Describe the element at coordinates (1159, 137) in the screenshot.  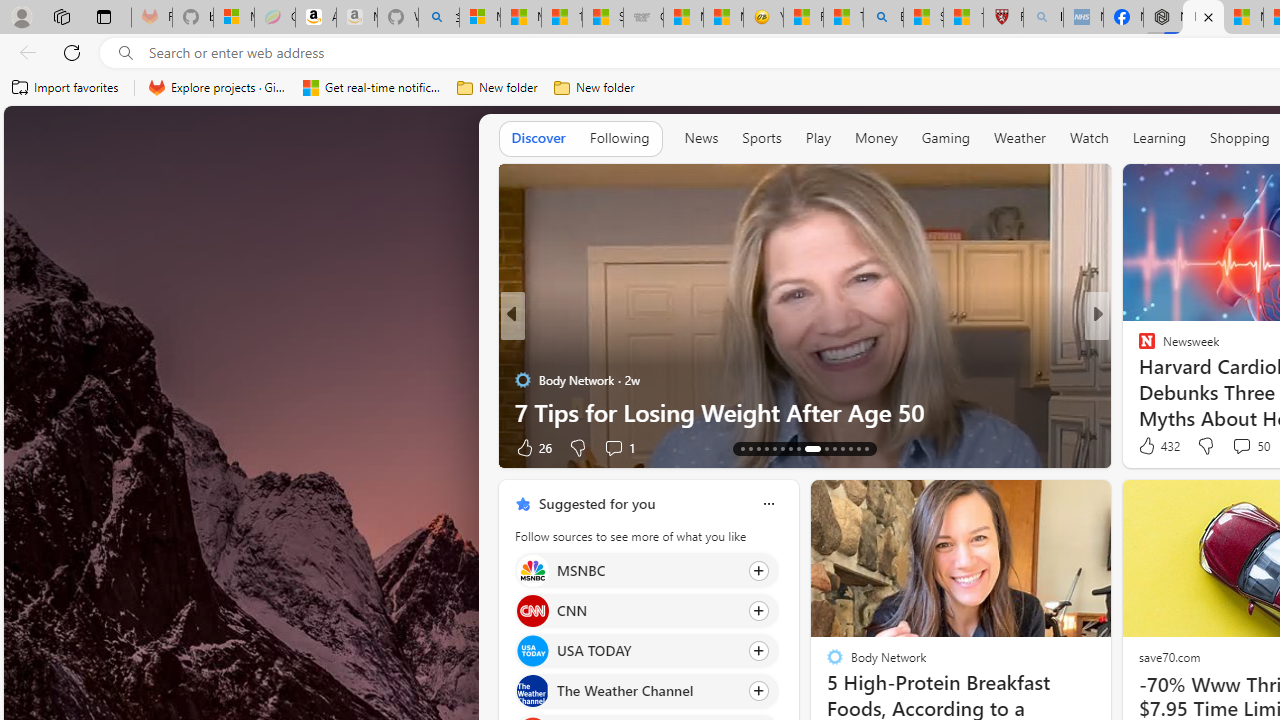
I see `'Learning'` at that location.